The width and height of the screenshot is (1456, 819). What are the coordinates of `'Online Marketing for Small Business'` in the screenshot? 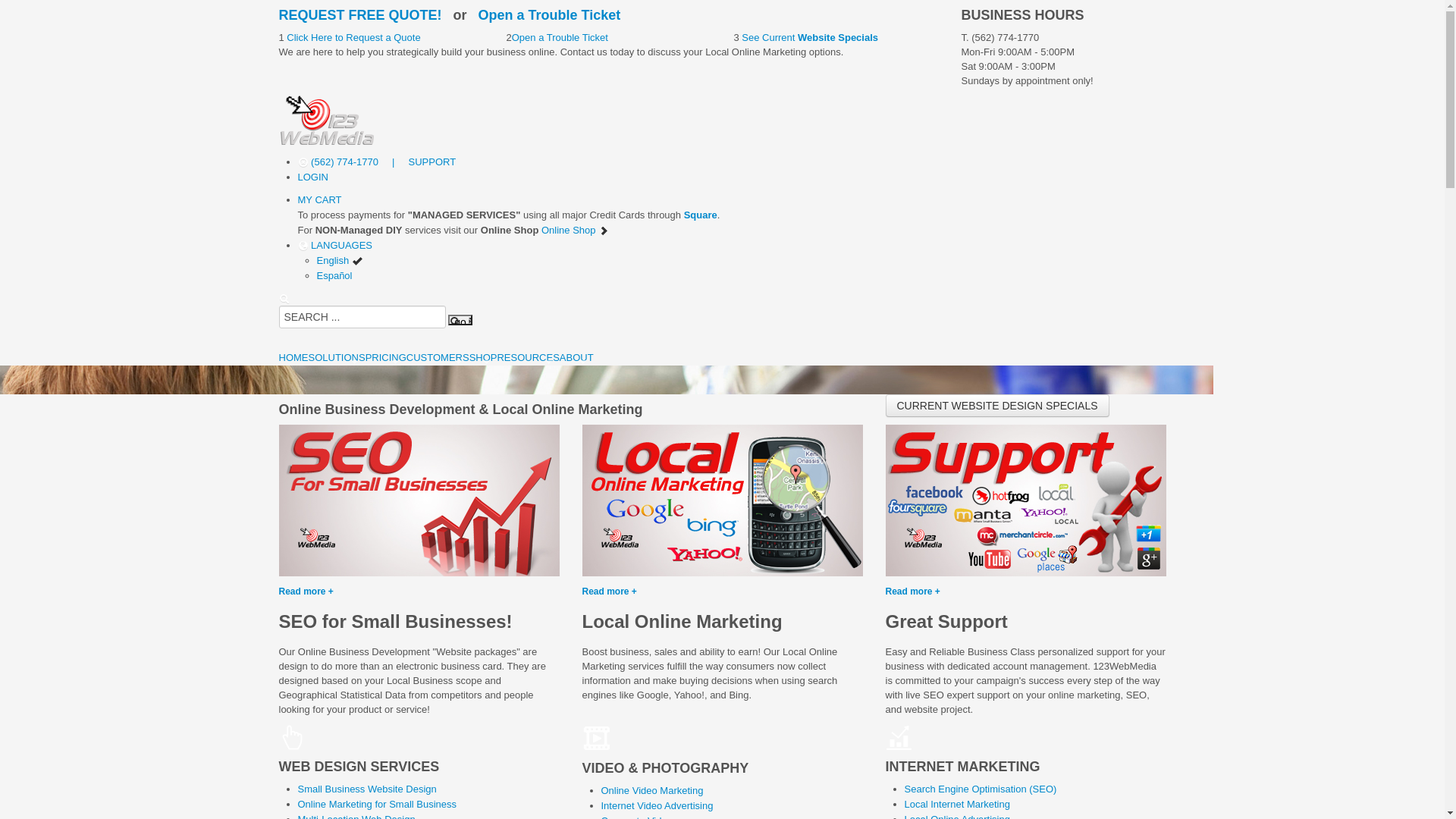 It's located at (297, 803).